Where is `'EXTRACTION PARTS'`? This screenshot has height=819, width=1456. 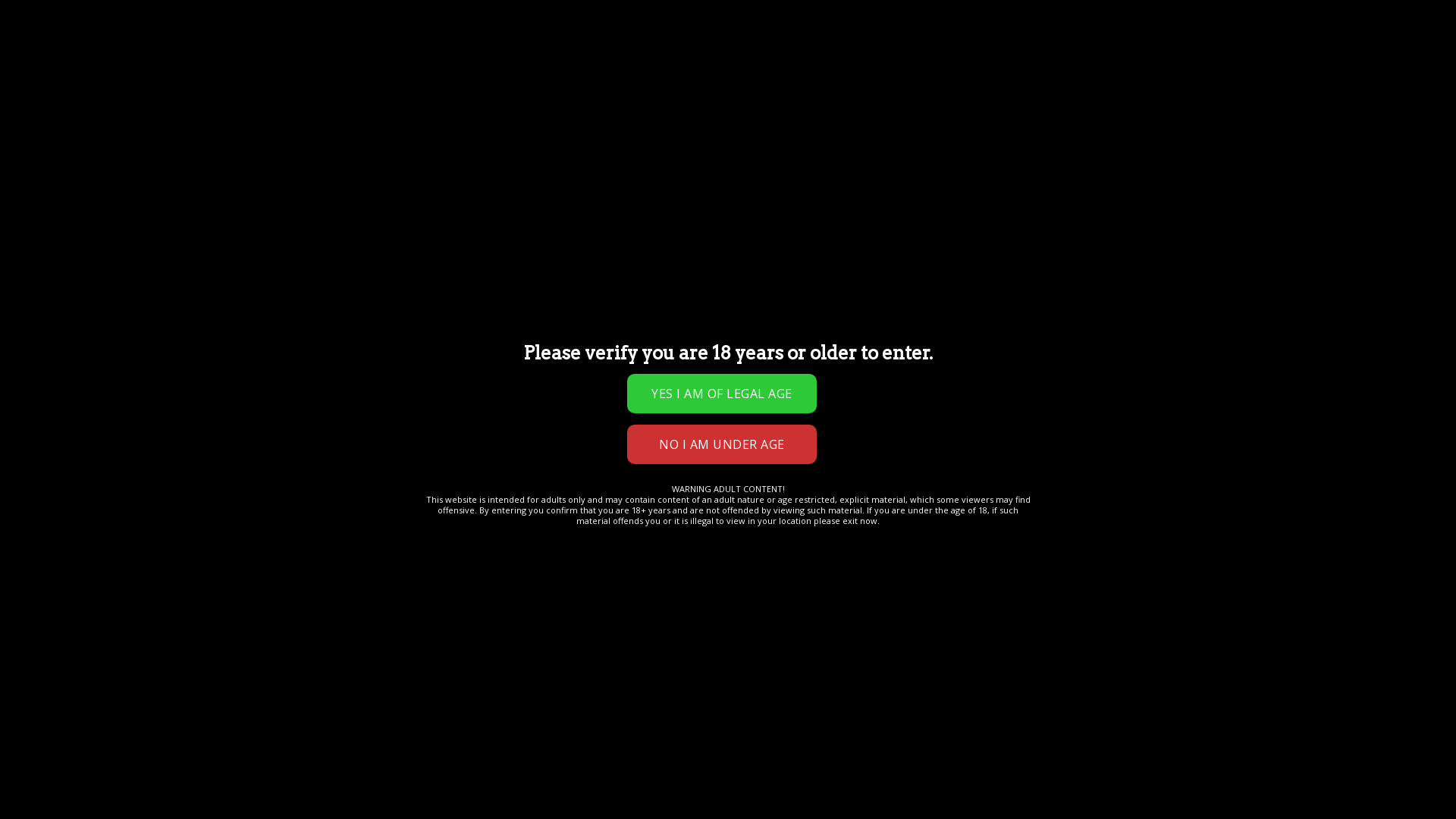
'EXTRACTION PARTS' is located at coordinates (300, 84).